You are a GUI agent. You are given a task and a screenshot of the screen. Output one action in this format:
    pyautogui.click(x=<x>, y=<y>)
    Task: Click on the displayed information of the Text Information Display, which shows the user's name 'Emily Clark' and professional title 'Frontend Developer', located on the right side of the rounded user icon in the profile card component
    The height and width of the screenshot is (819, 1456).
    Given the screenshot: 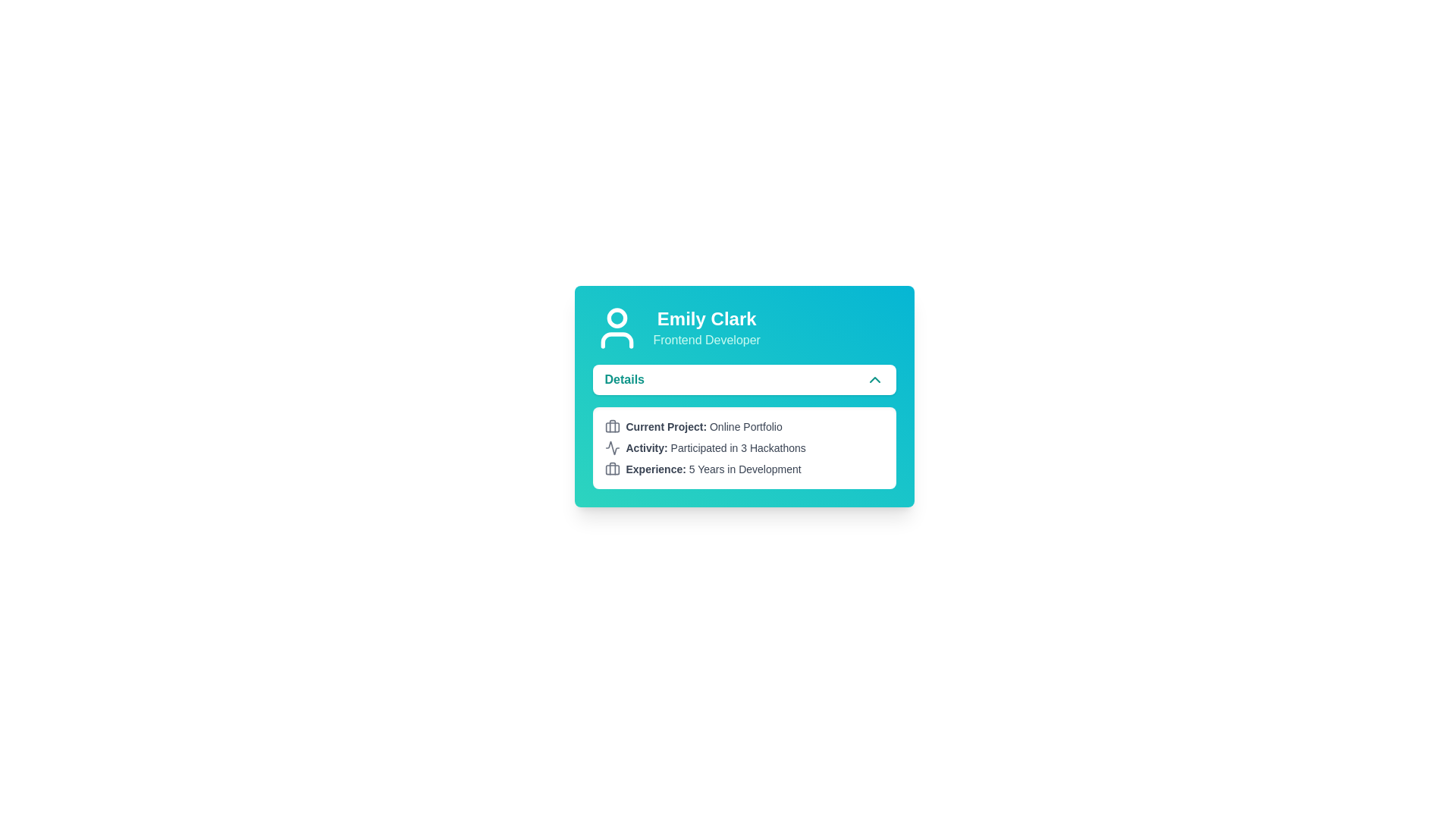 What is the action you would take?
    pyautogui.click(x=706, y=327)
    